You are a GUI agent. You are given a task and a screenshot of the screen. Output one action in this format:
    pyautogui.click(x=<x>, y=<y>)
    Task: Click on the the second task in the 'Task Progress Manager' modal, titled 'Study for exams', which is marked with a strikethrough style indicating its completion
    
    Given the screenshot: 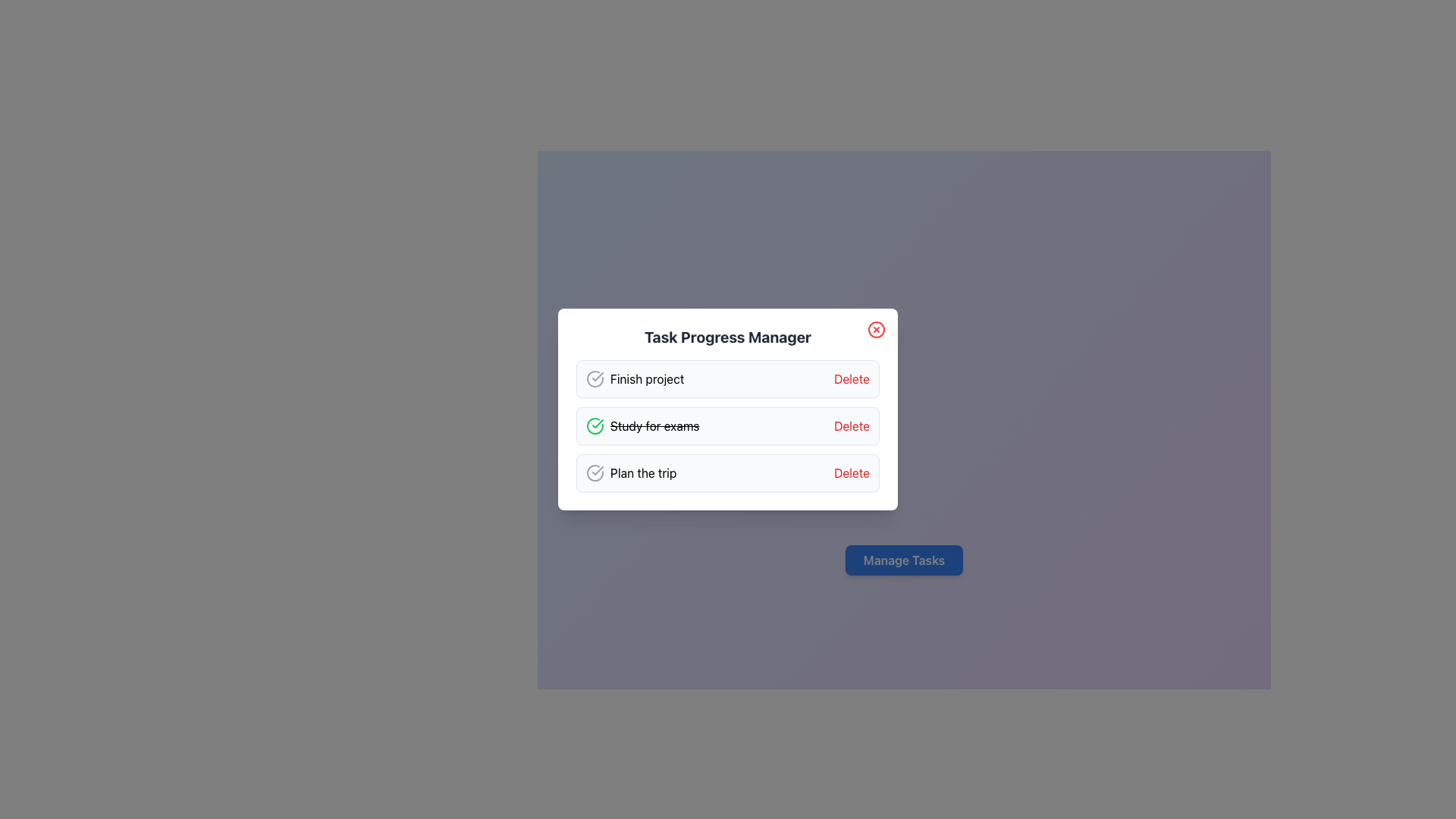 What is the action you would take?
    pyautogui.click(x=728, y=426)
    